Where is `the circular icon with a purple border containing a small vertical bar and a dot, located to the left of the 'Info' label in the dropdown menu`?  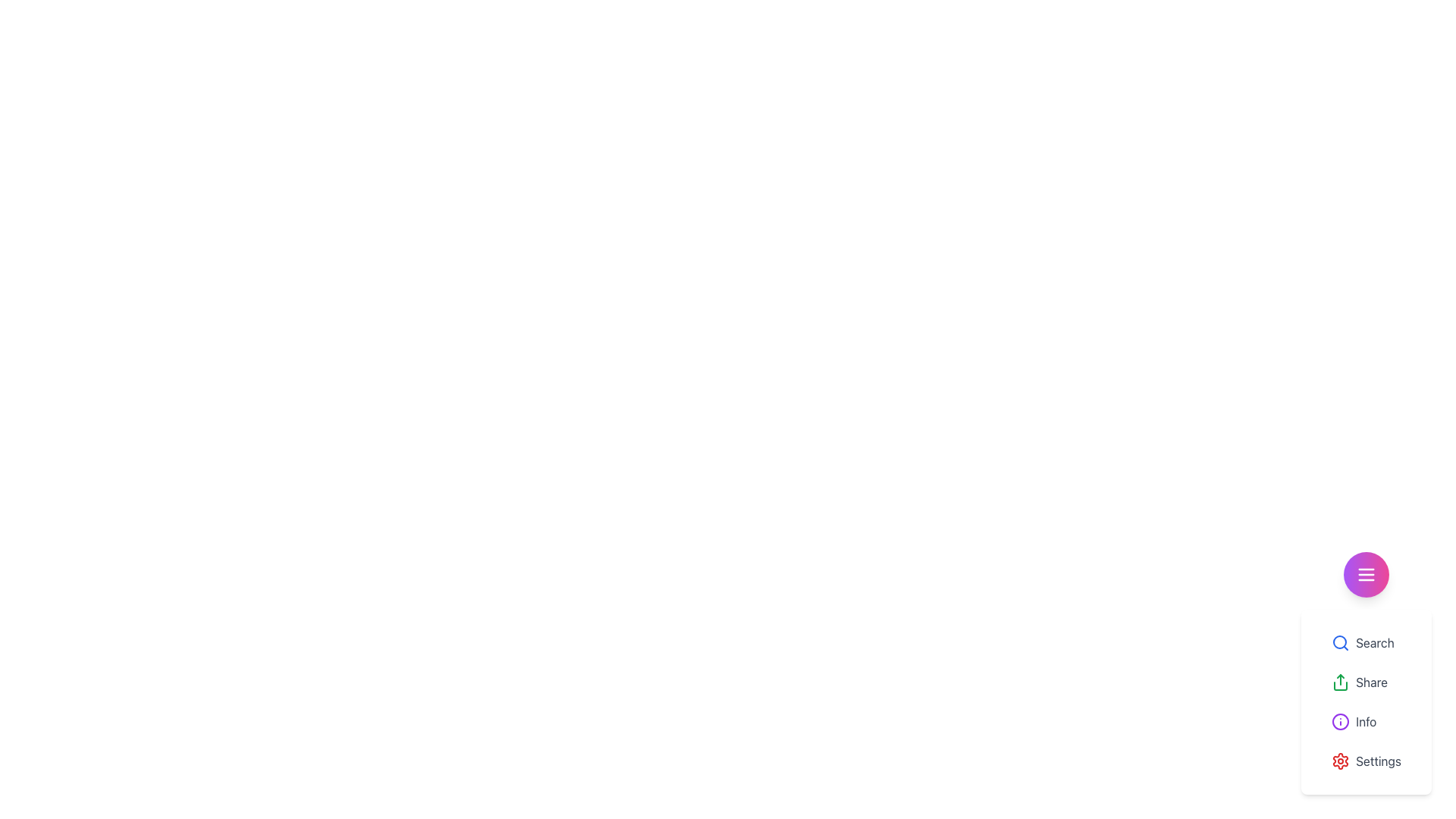 the circular icon with a purple border containing a small vertical bar and a dot, located to the left of the 'Info' label in the dropdown menu is located at coordinates (1341, 721).